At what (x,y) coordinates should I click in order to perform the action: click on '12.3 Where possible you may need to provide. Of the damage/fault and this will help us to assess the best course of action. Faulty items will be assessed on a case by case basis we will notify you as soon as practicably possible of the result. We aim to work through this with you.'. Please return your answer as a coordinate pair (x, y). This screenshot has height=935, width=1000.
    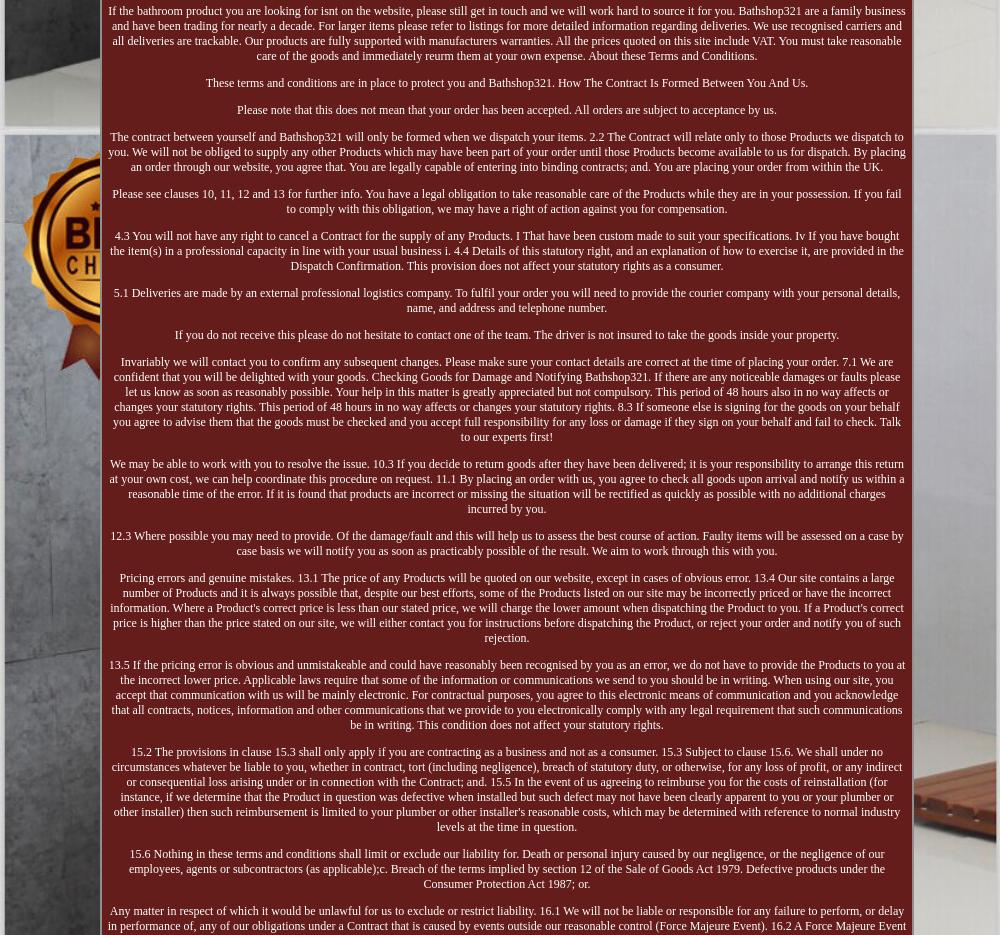
    Looking at the image, I should click on (506, 541).